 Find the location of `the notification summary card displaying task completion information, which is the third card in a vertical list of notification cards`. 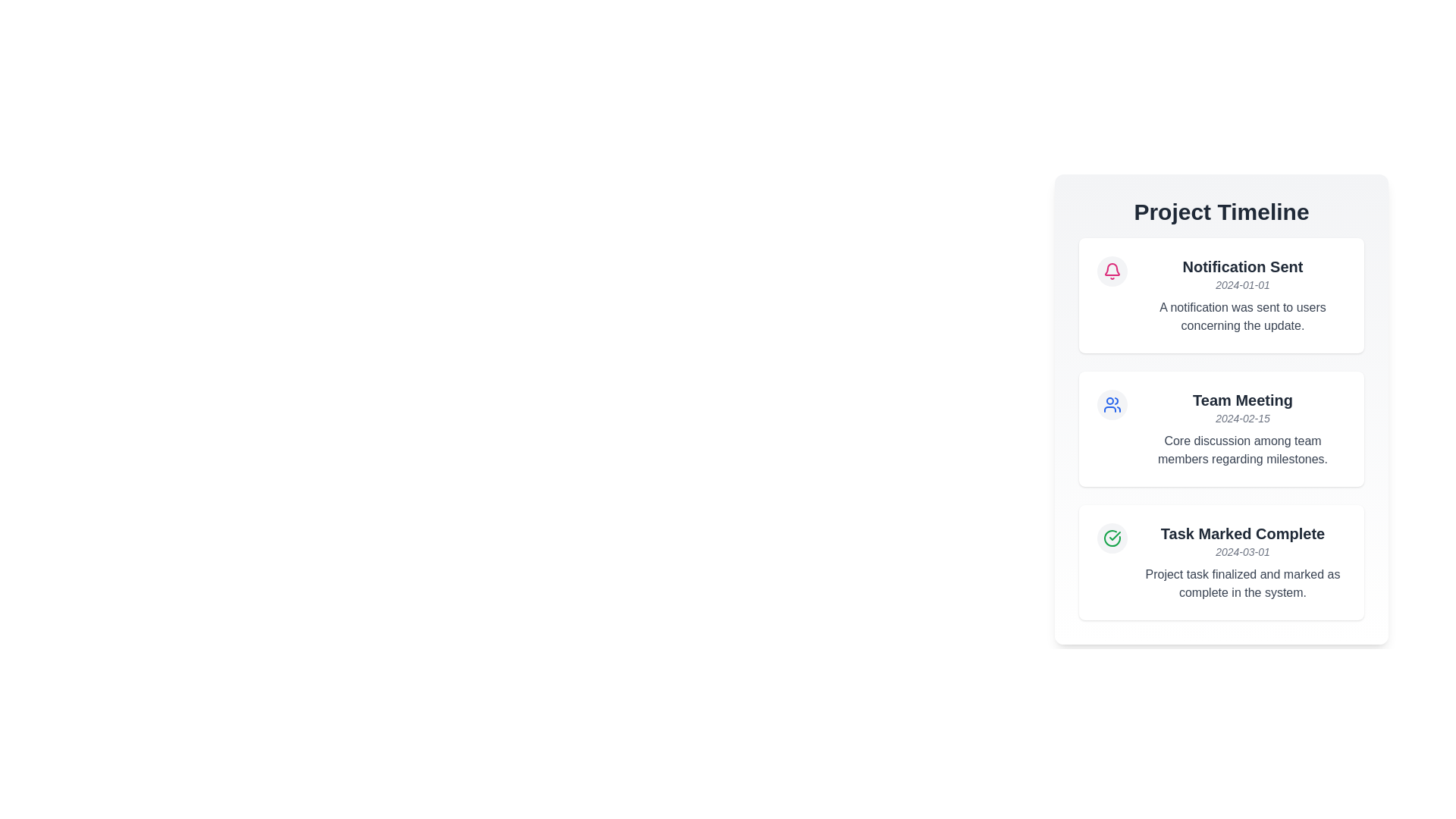

the notification summary card displaying task completion information, which is the third card in a vertical list of notification cards is located at coordinates (1222, 562).